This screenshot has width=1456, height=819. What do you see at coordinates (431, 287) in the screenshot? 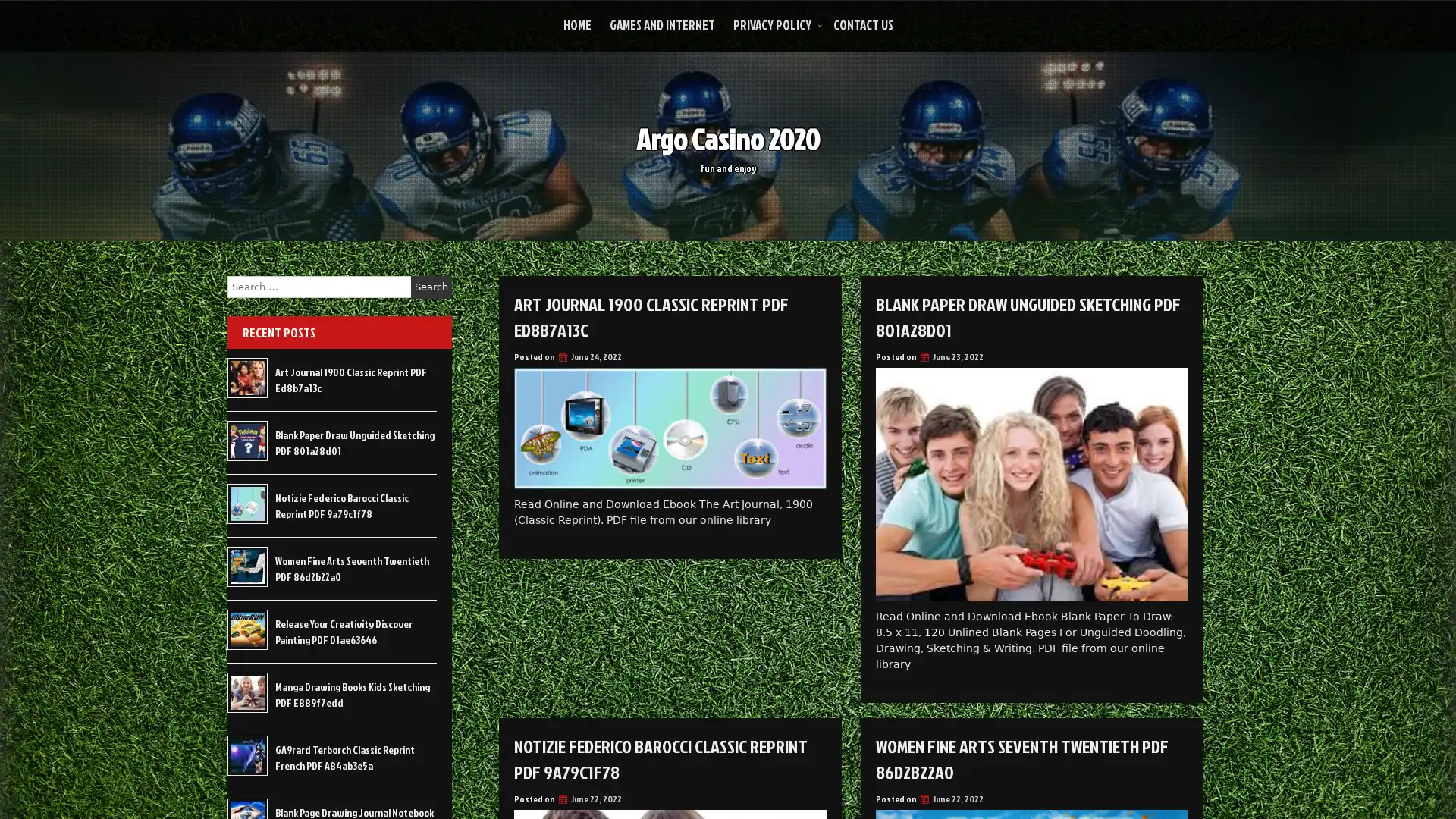
I see `Search` at bounding box center [431, 287].